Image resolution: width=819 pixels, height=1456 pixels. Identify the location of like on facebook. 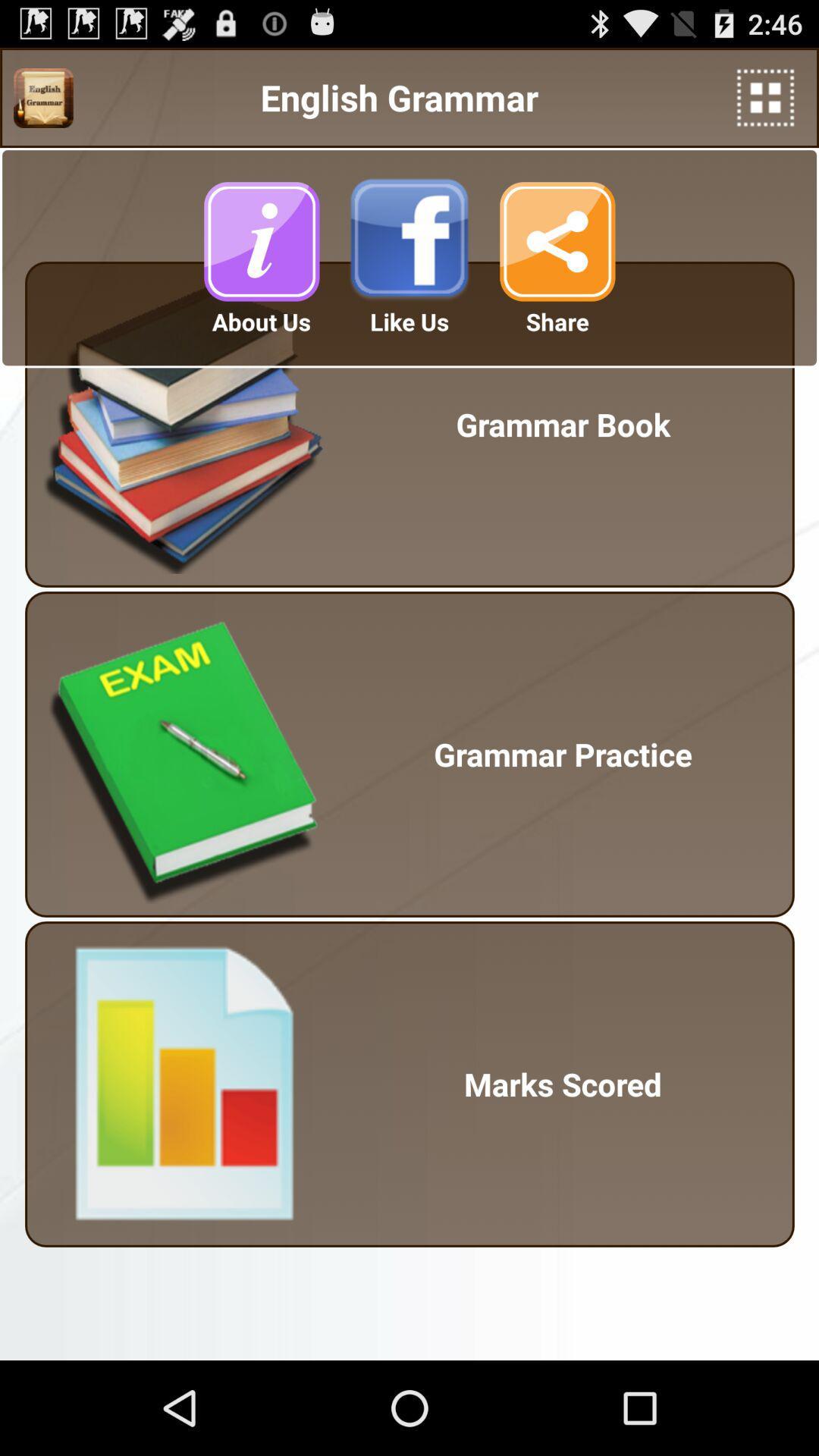
(409, 240).